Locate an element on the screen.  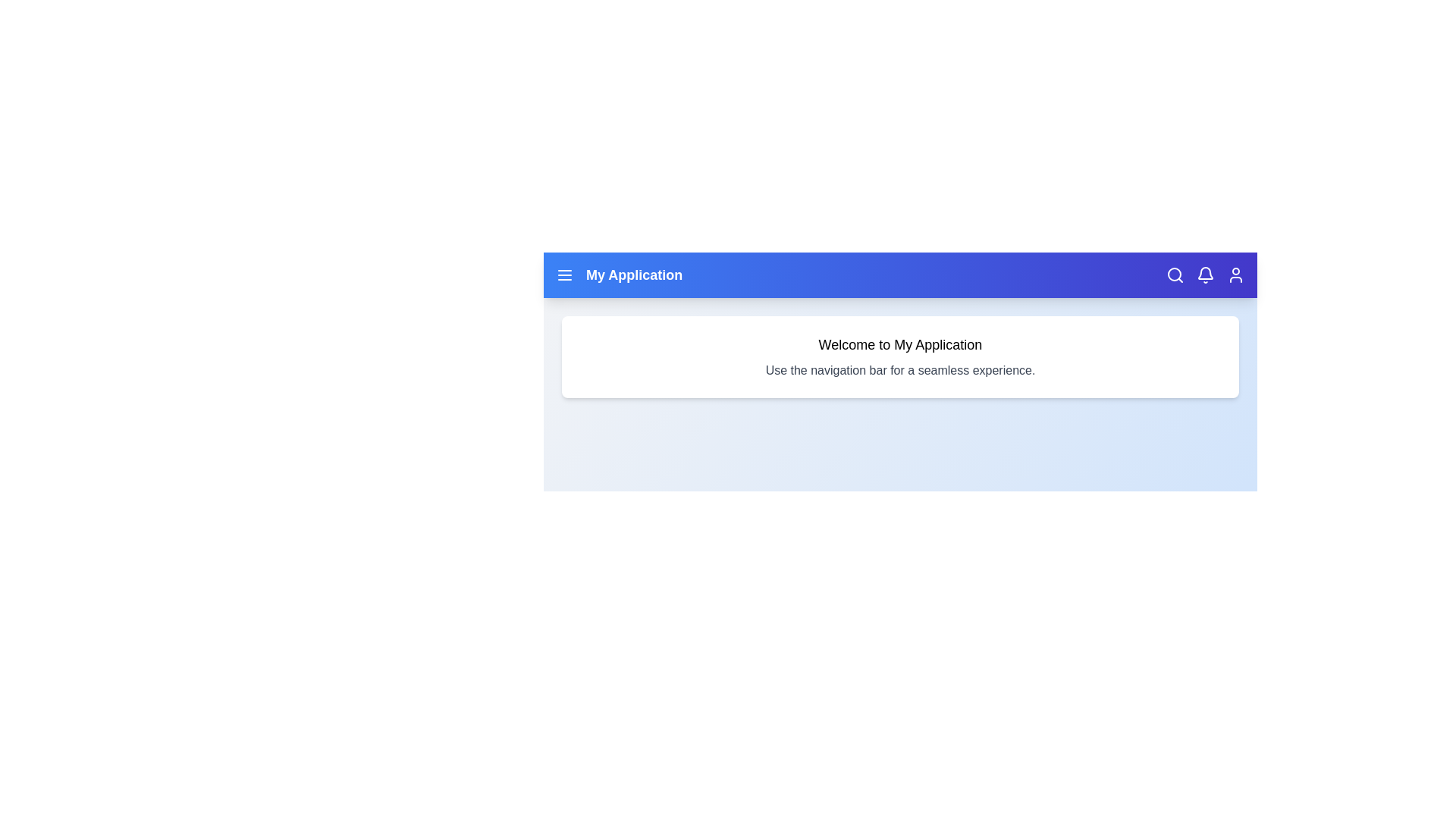
the search icon in the navigation bar is located at coordinates (1175, 275).